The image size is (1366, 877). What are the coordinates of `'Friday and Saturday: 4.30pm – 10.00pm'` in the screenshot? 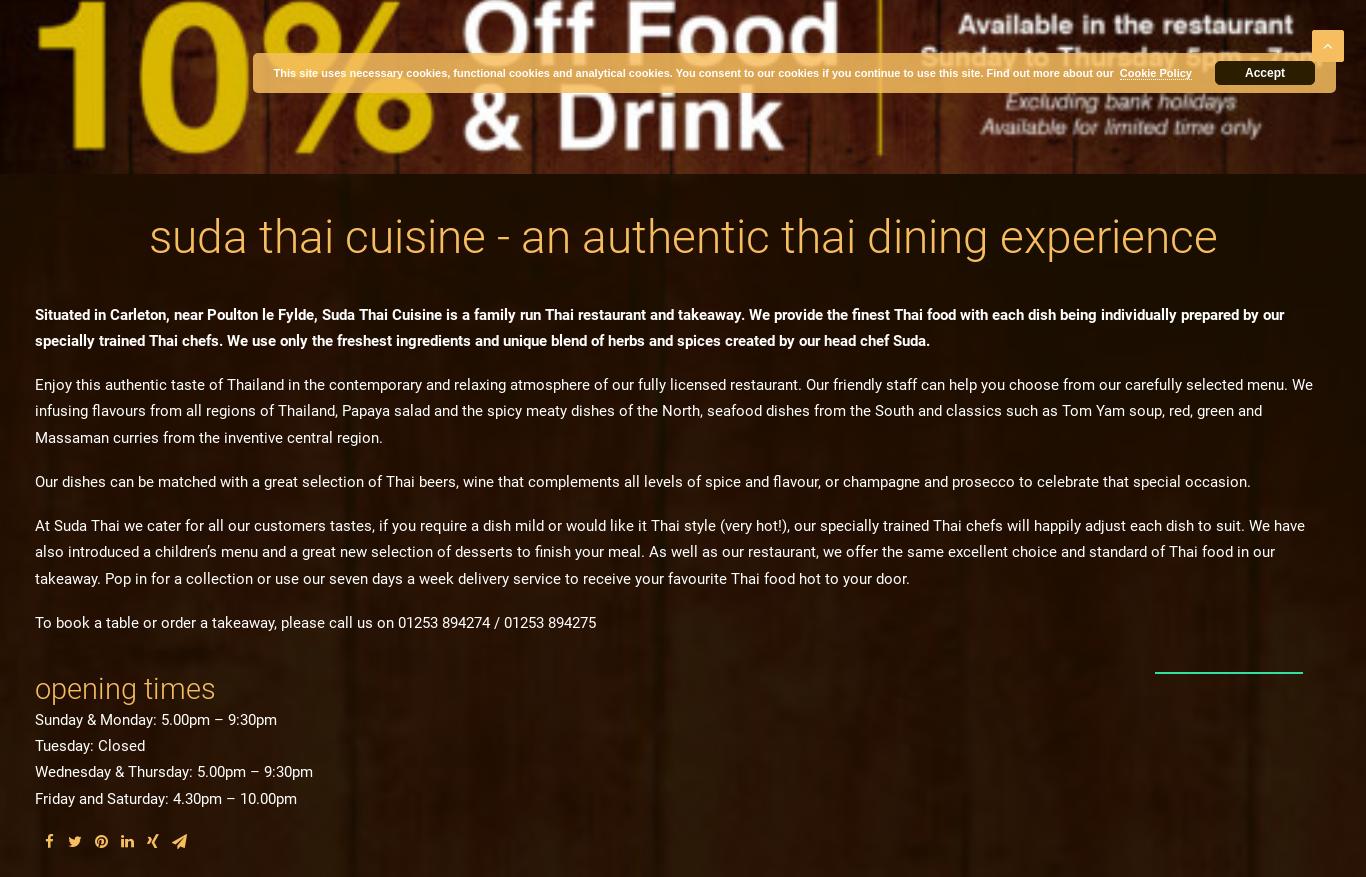 It's located at (164, 796).